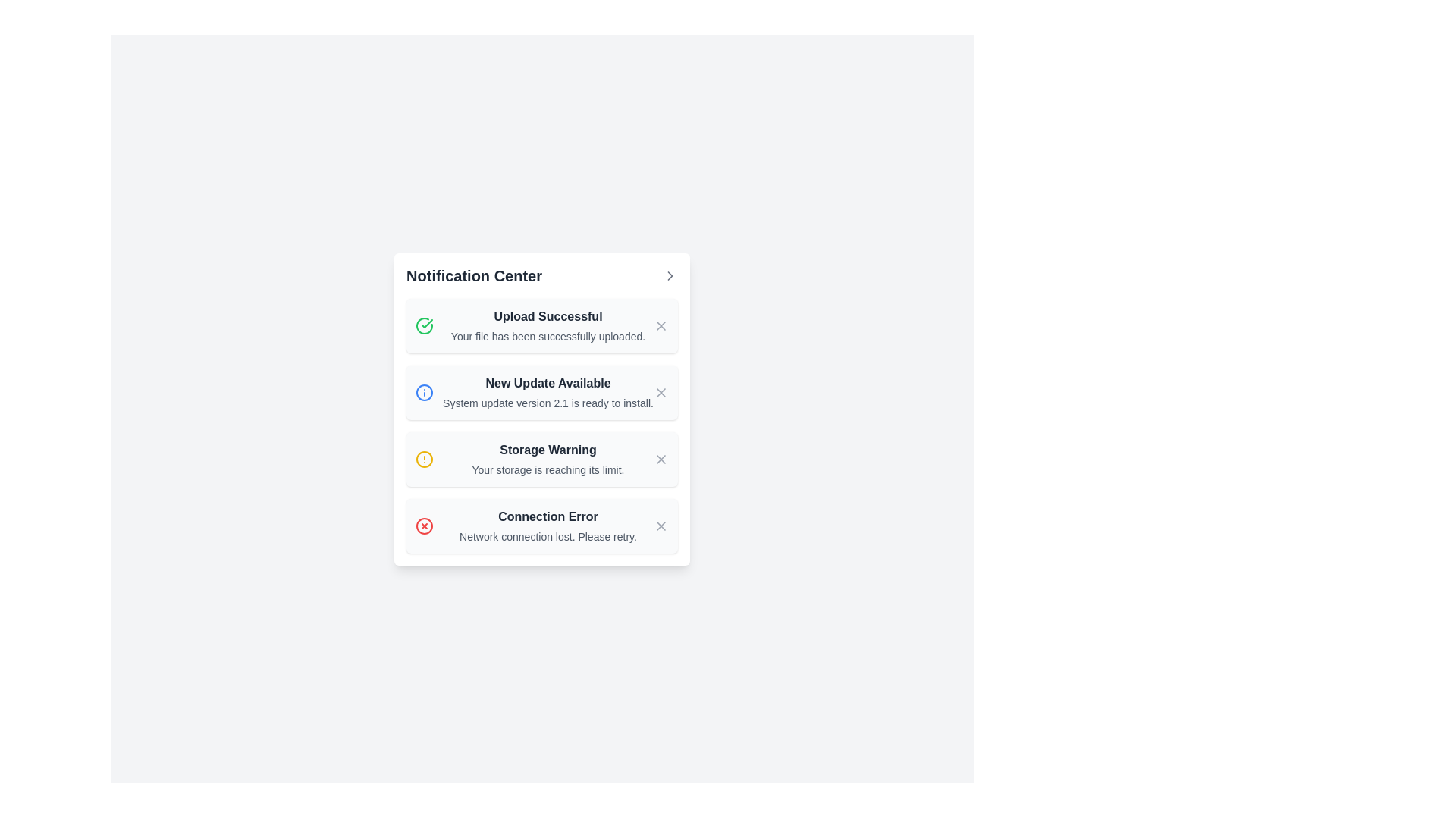 The image size is (1456, 819). What do you see at coordinates (548, 315) in the screenshot?
I see `text from the bold 'Upload Successful' label located in the Notification Center, which is centered and has a dark gray font over a light background` at bounding box center [548, 315].